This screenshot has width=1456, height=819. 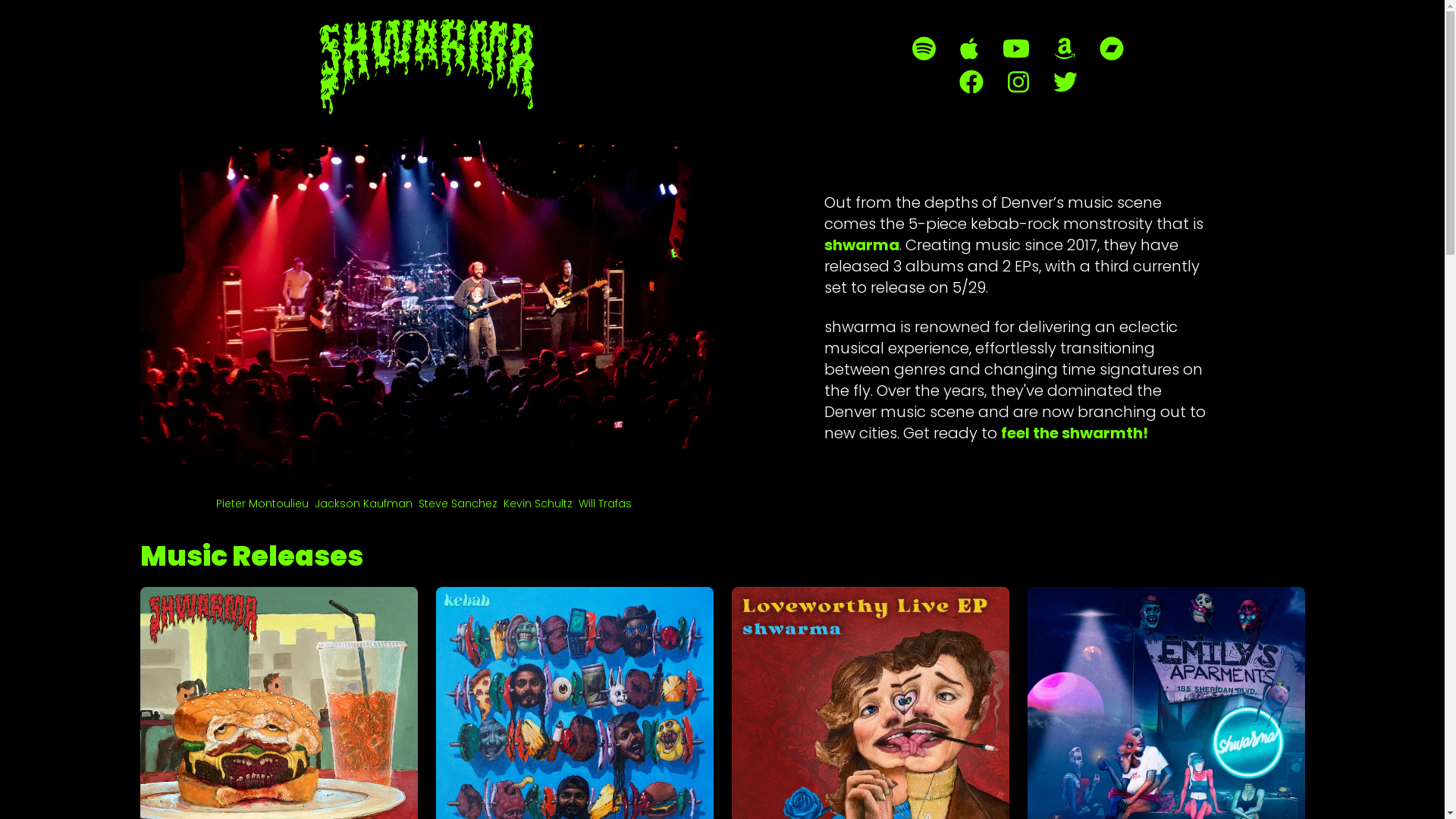 What do you see at coordinates (968, 48) in the screenshot?
I see `'Apple Music'` at bounding box center [968, 48].